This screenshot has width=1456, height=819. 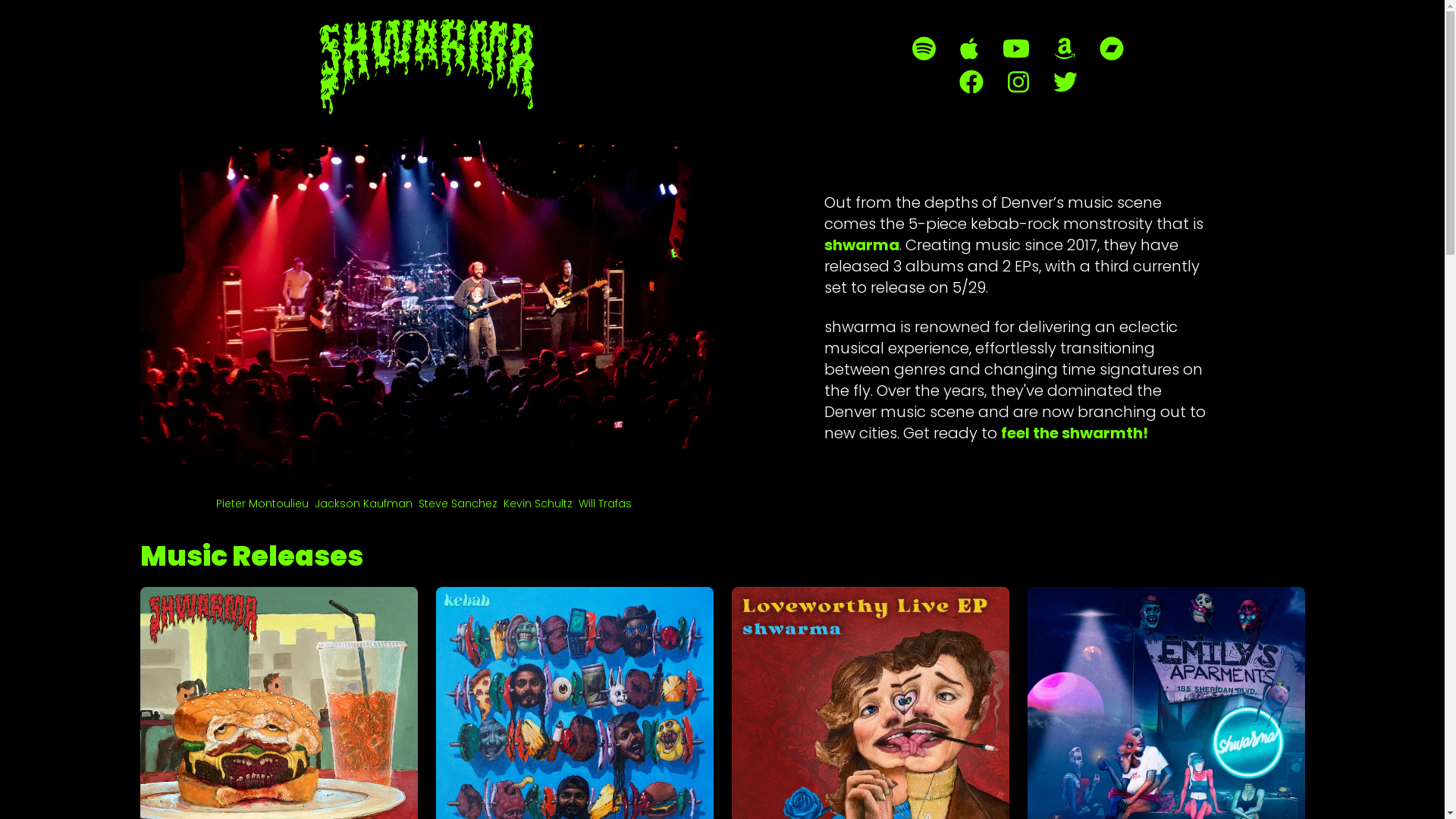 What do you see at coordinates (968, 48) in the screenshot?
I see `'Apple Music'` at bounding box center [968, 48].